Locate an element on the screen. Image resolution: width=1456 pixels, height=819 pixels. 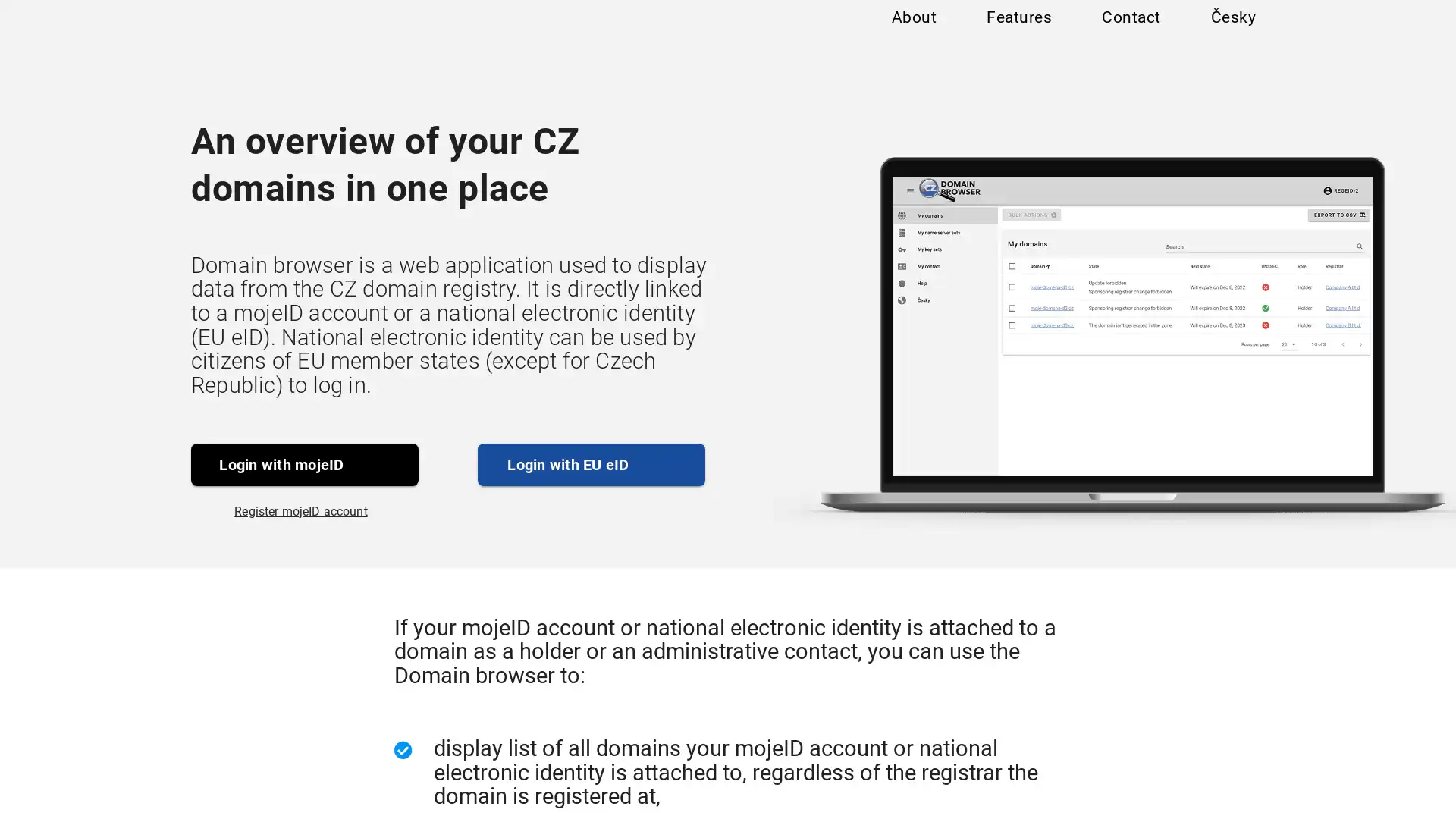
Cesky is located at coordinates (1232, 32).